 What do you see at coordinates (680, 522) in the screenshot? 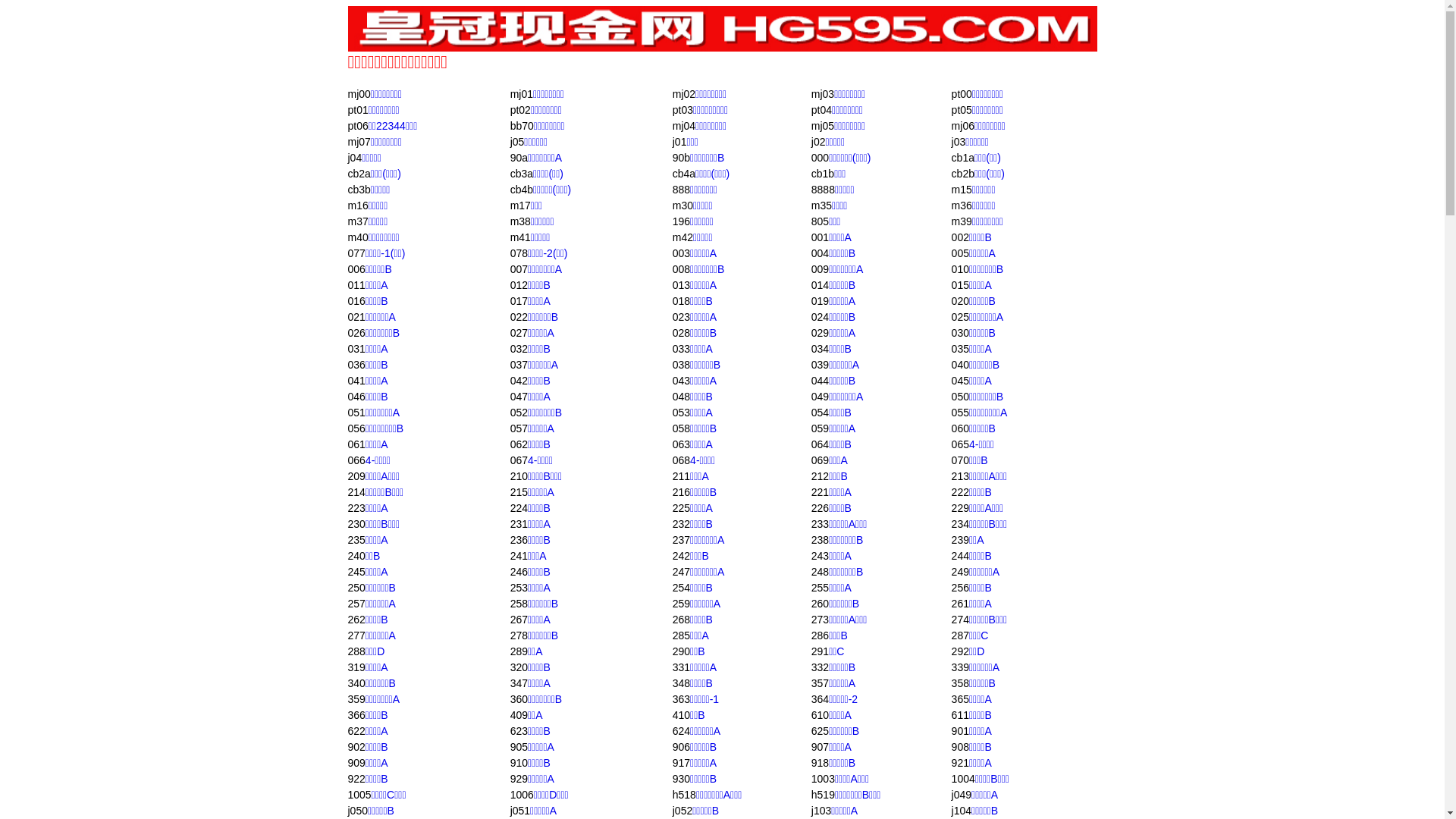
I see `'232'` at bounding box center [680, 522].